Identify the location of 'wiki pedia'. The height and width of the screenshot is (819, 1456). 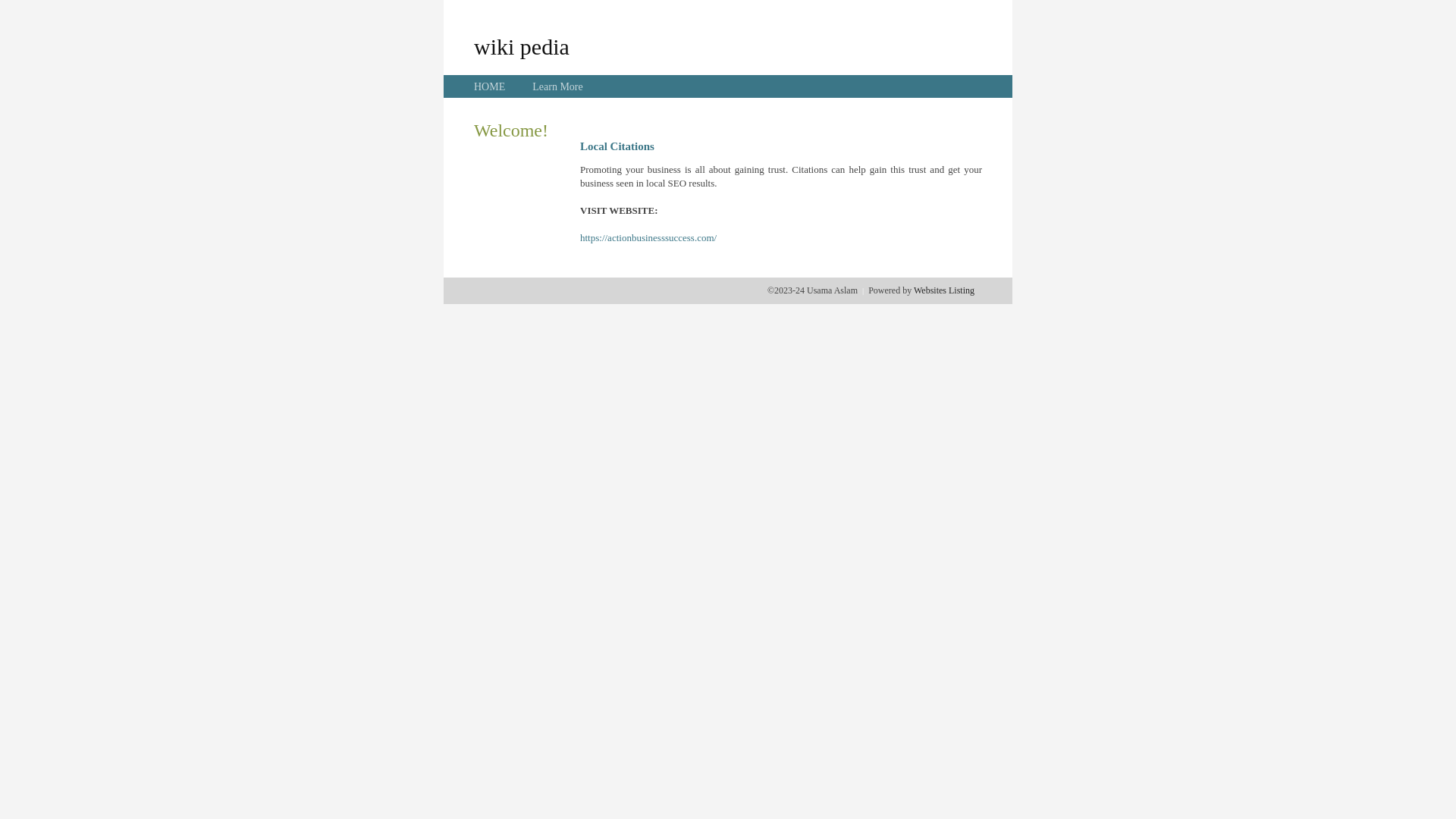
(521, 45).